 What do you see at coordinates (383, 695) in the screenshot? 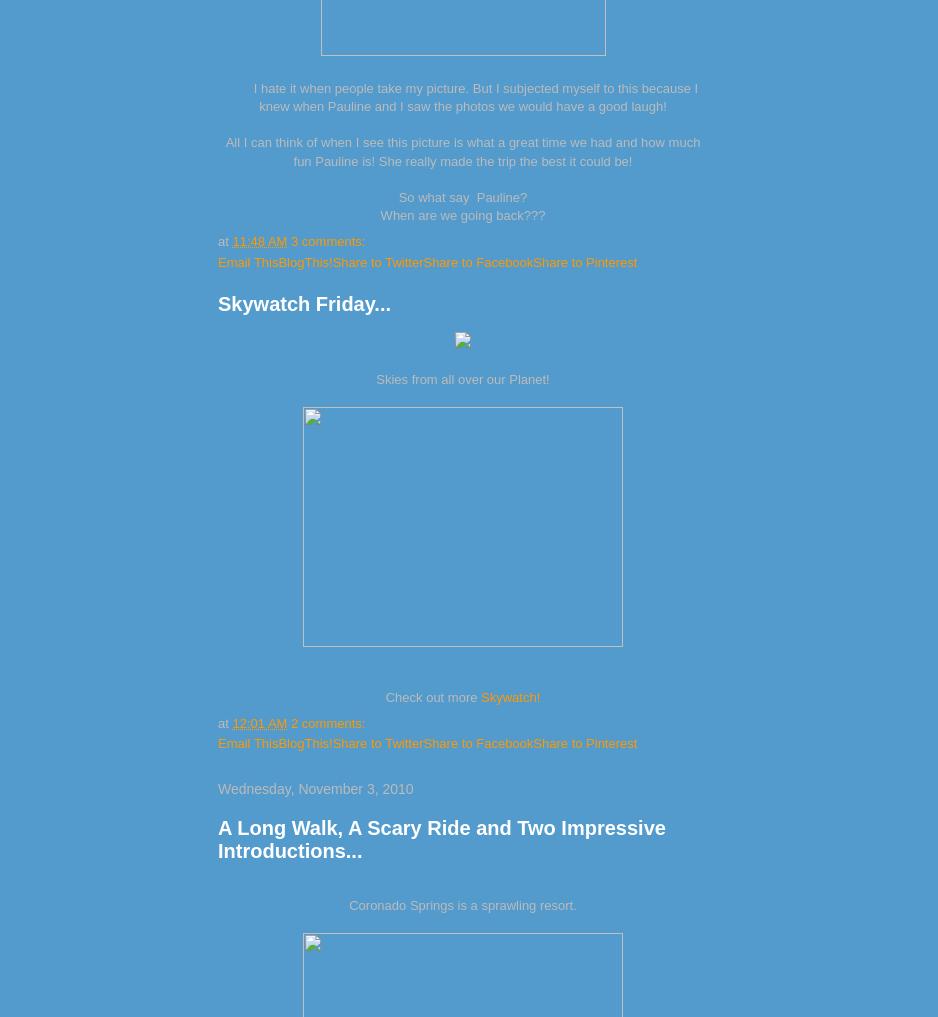
I see `'Check out more'` at bounding box center [383, 695].